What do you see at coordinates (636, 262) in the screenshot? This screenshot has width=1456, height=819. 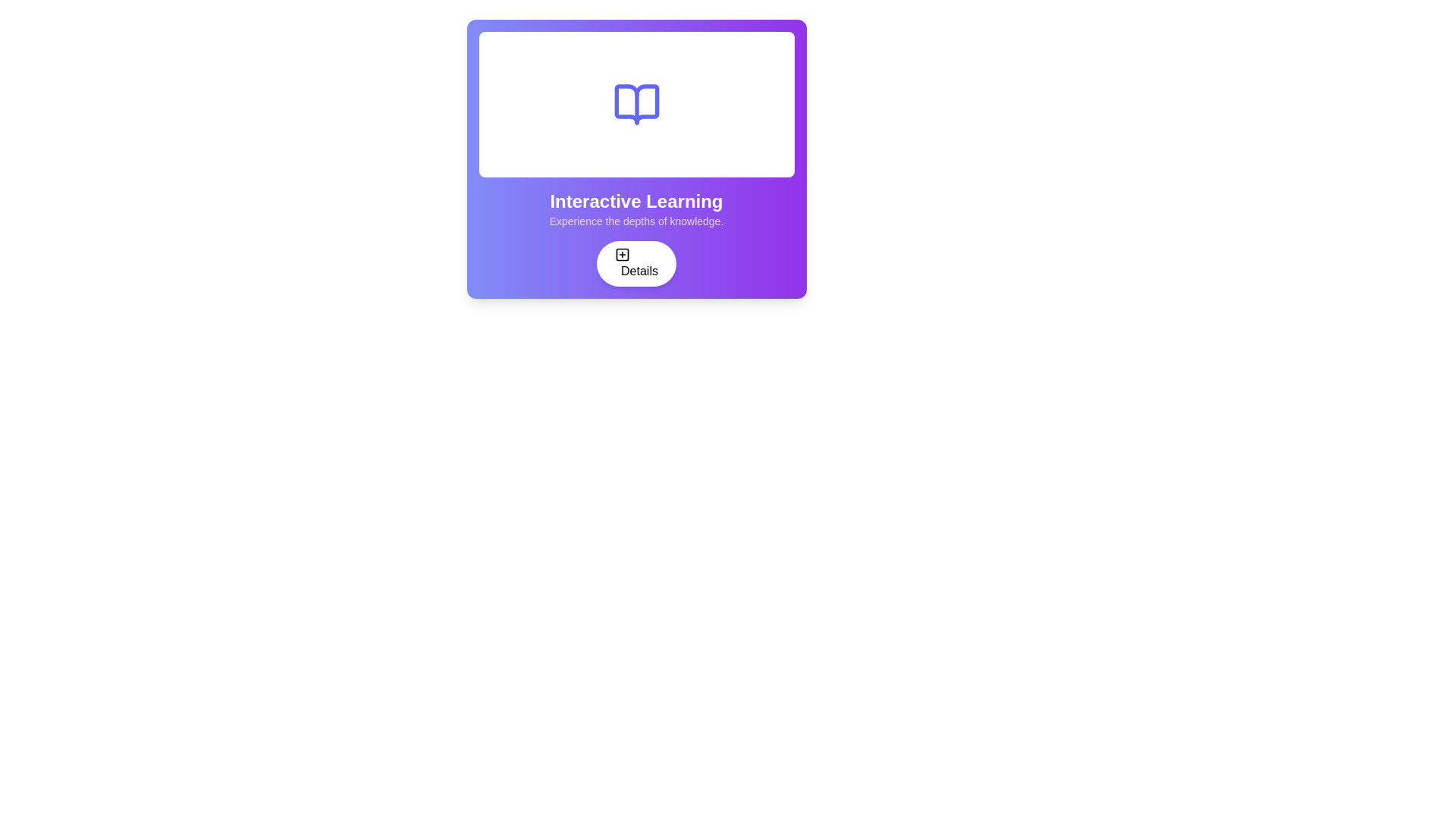 I see `the button located below the text 'Interactive Learning'` at bounding box center [636, 262].